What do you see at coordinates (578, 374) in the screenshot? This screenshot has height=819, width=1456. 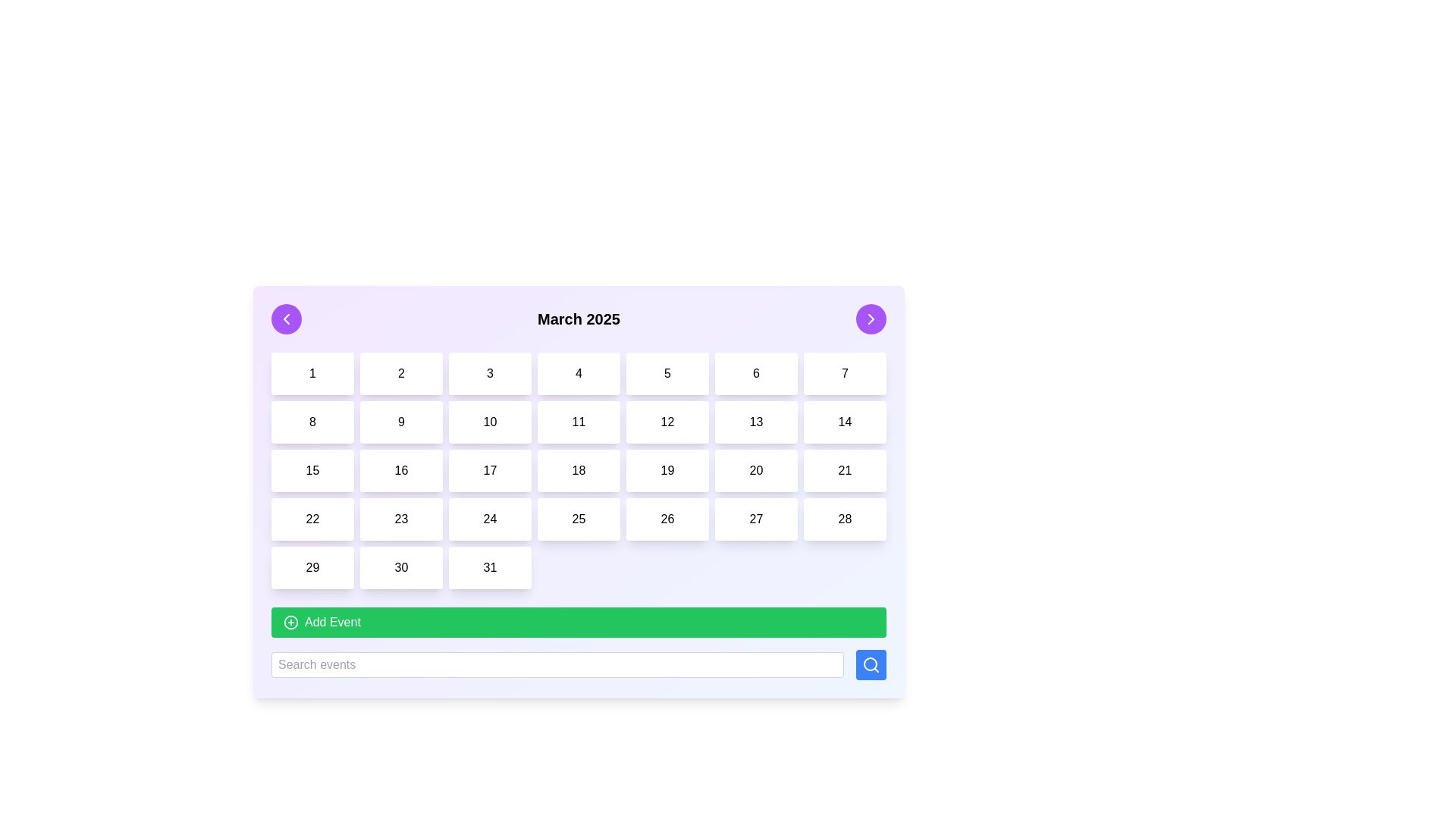 I see `the button-like element representing the calendar day '4', which is a square card with a white background and a bold black number '4' centered within it` at bounding box center [578, 374].